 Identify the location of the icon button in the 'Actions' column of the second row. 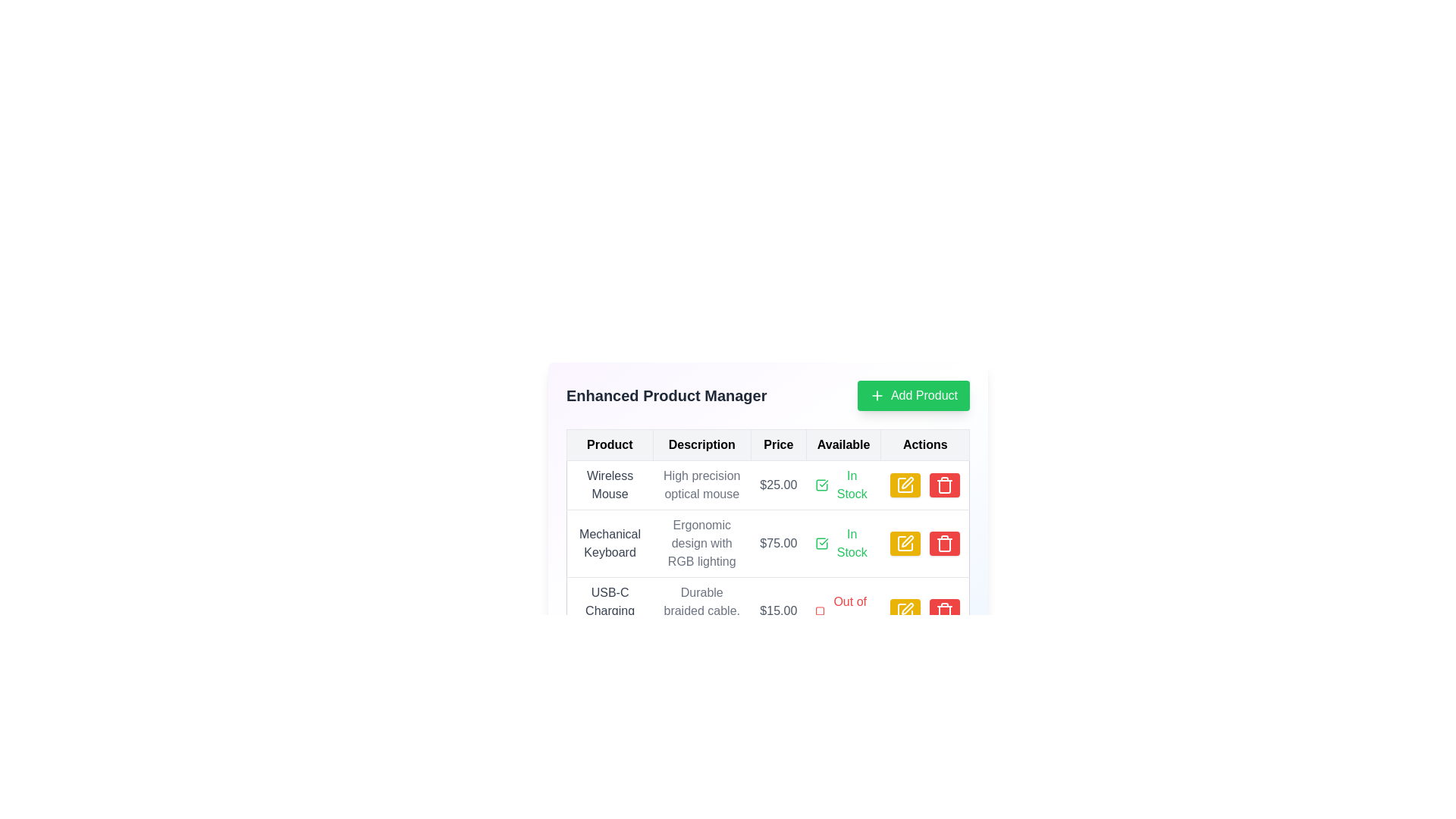
(906, 540).